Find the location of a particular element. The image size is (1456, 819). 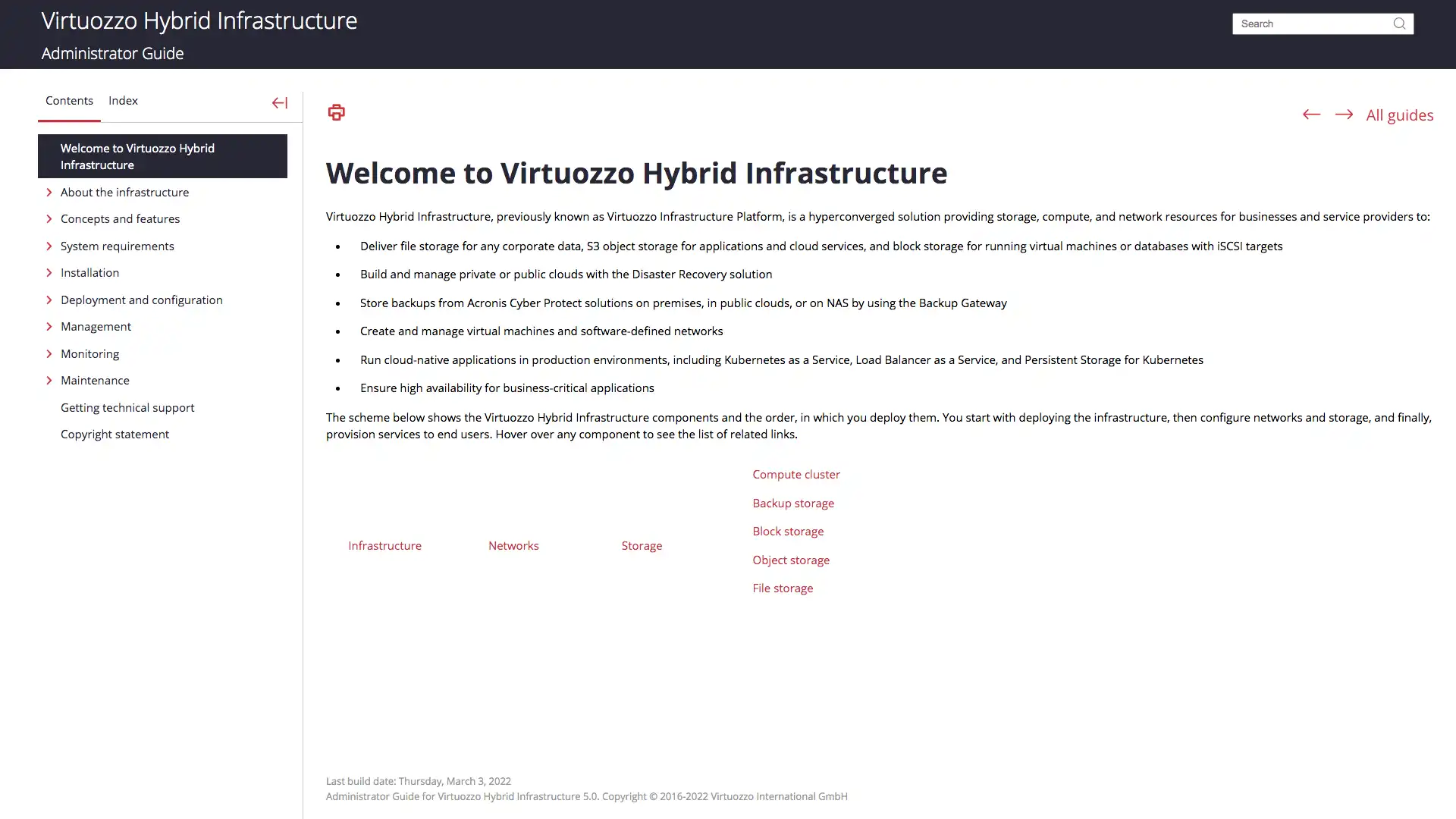

Show Navigation Panel is located at coordinates (280, 102).